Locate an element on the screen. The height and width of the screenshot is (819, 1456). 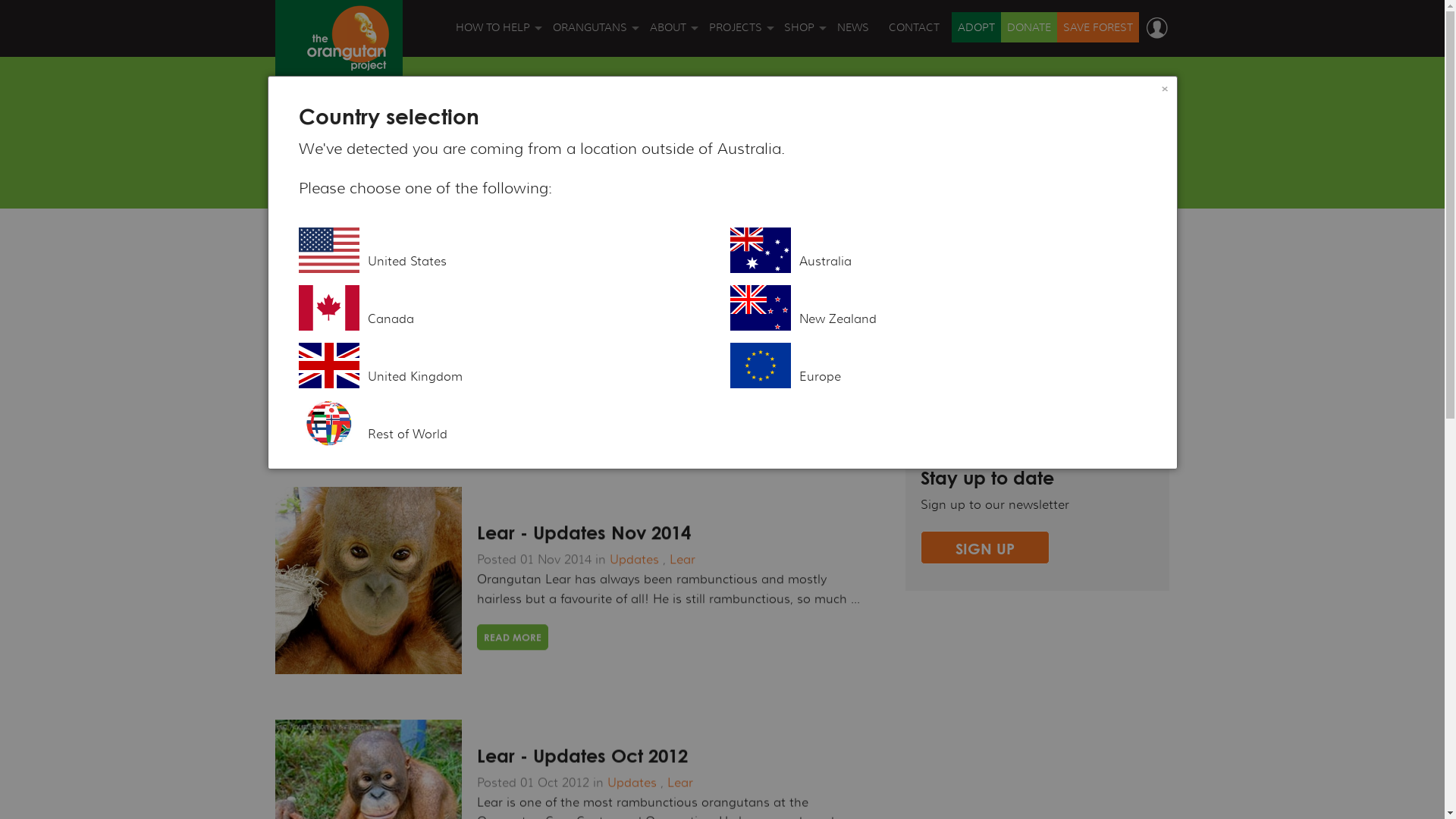
'SAVE FOREST' is located at coordinates (1098, 27).